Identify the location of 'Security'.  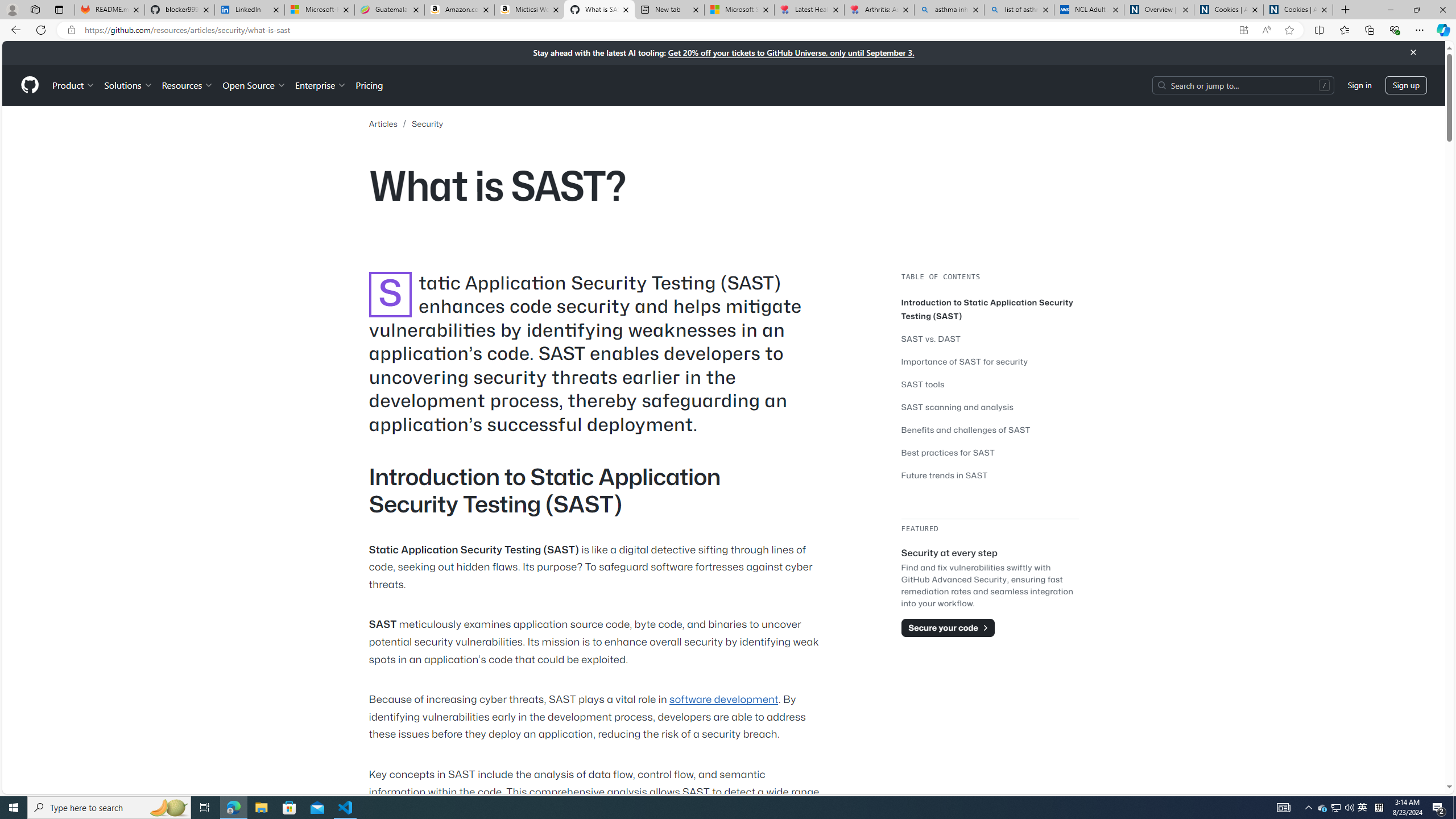
(427, 123).